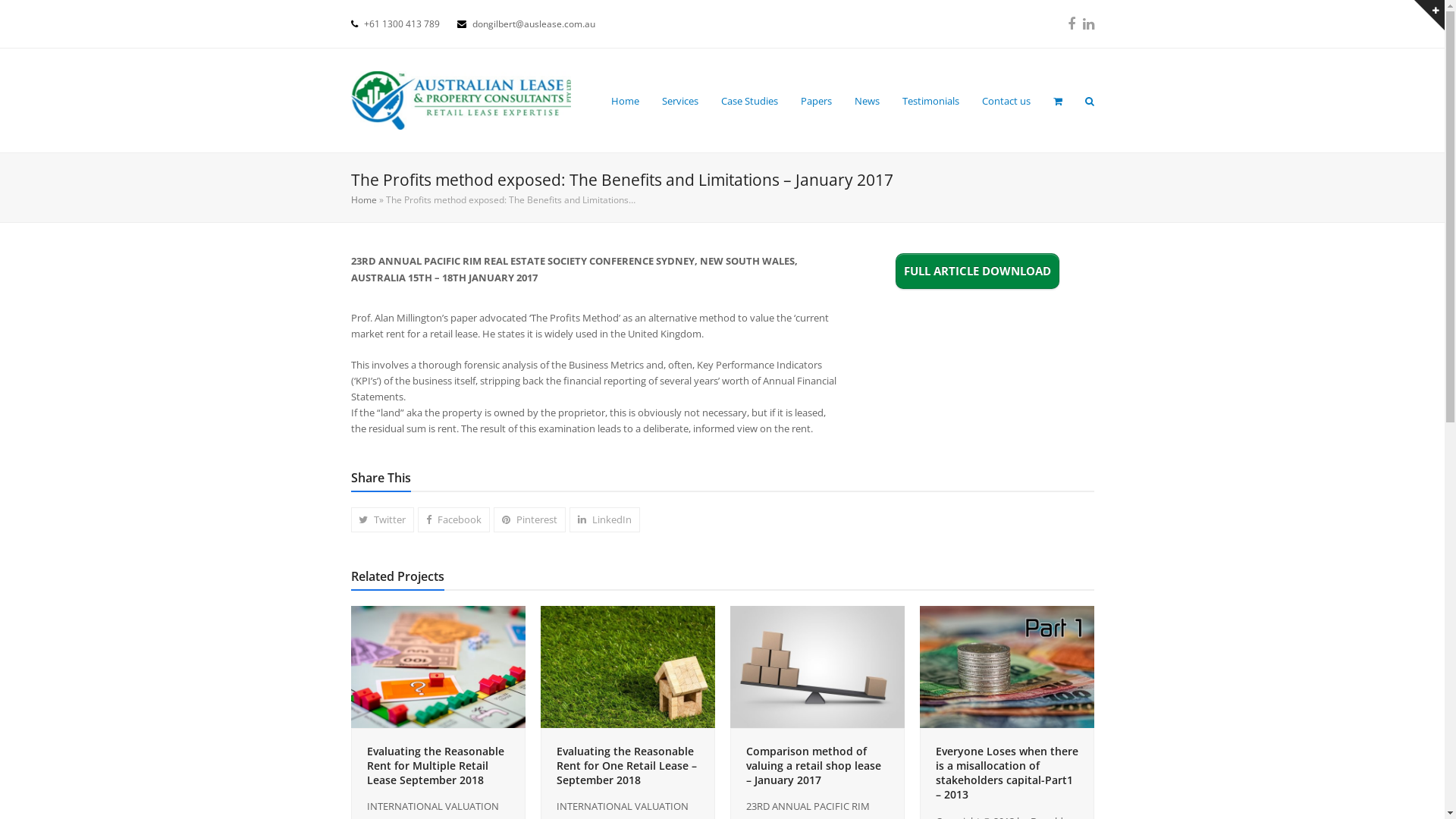  Describe the element at coordinates (814, 100) in the screenshot. I see `'Papers'` at that location.